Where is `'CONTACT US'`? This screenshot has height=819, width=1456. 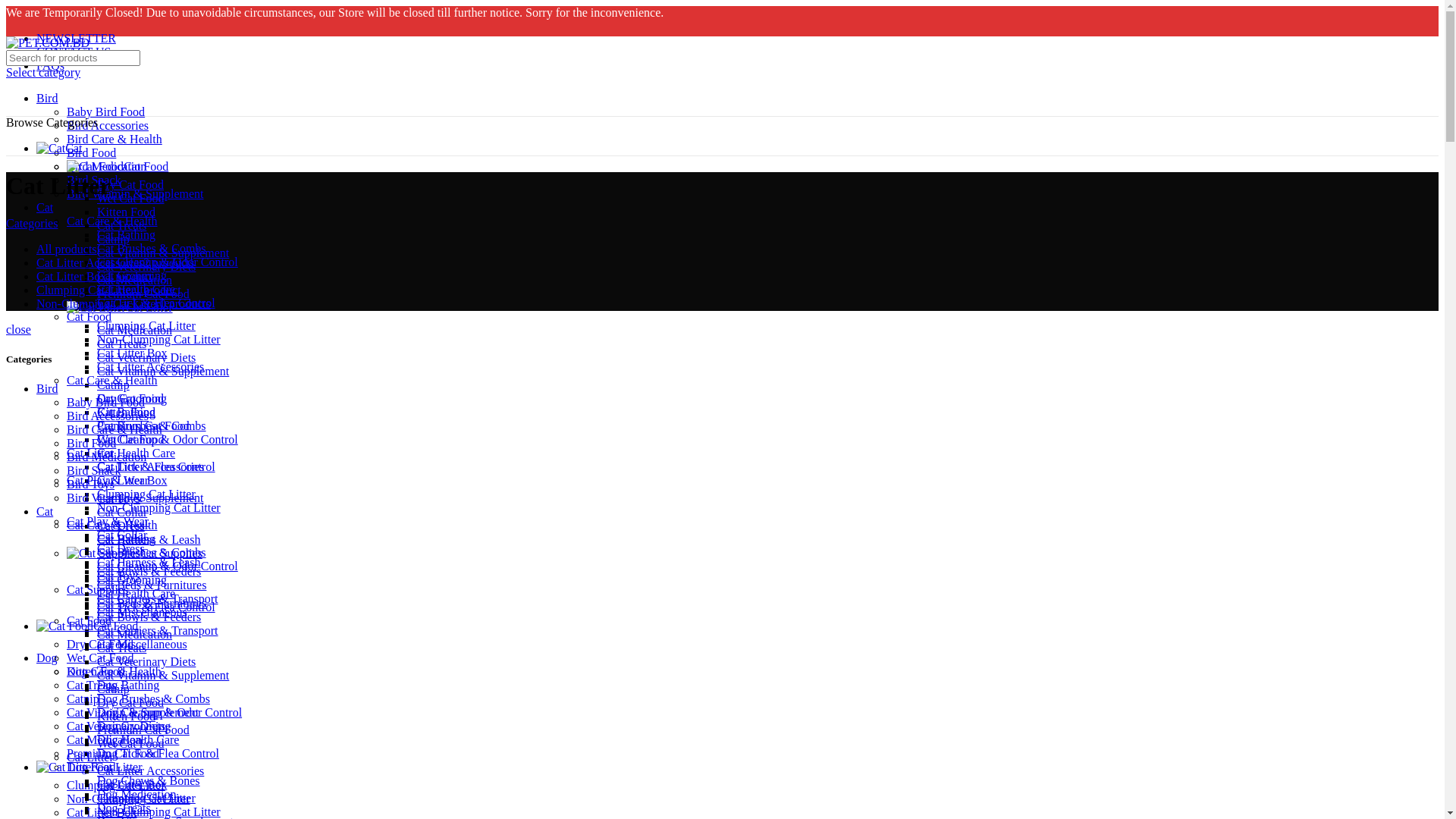
'CONTACT US' is located at coordinates (36, 51).